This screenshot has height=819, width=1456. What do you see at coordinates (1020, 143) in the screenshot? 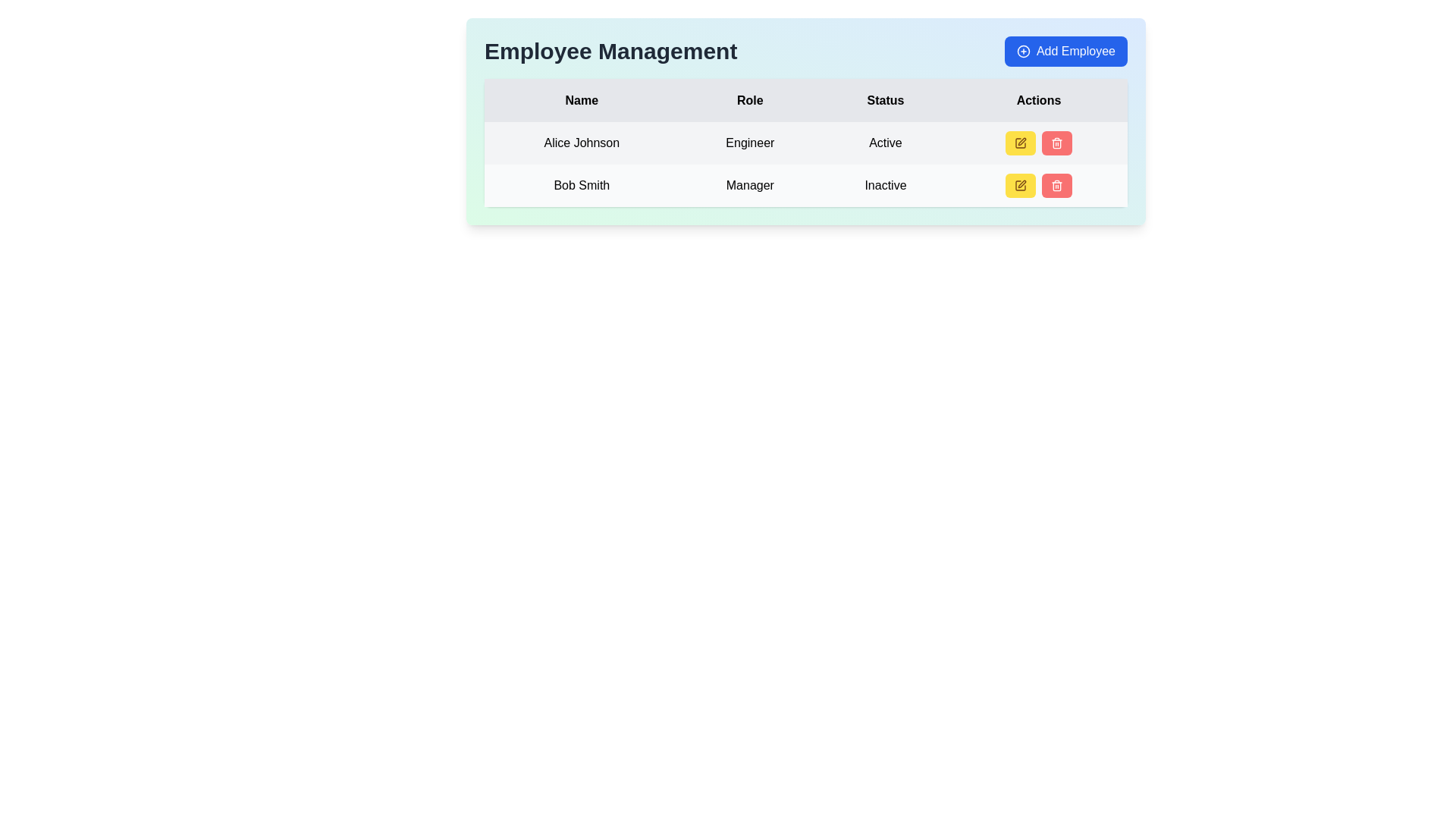
I see `the yellow rectangular button with rounded corners containing an edit icon located in the first row of the Actions column` at bounding box center [1020, 143].